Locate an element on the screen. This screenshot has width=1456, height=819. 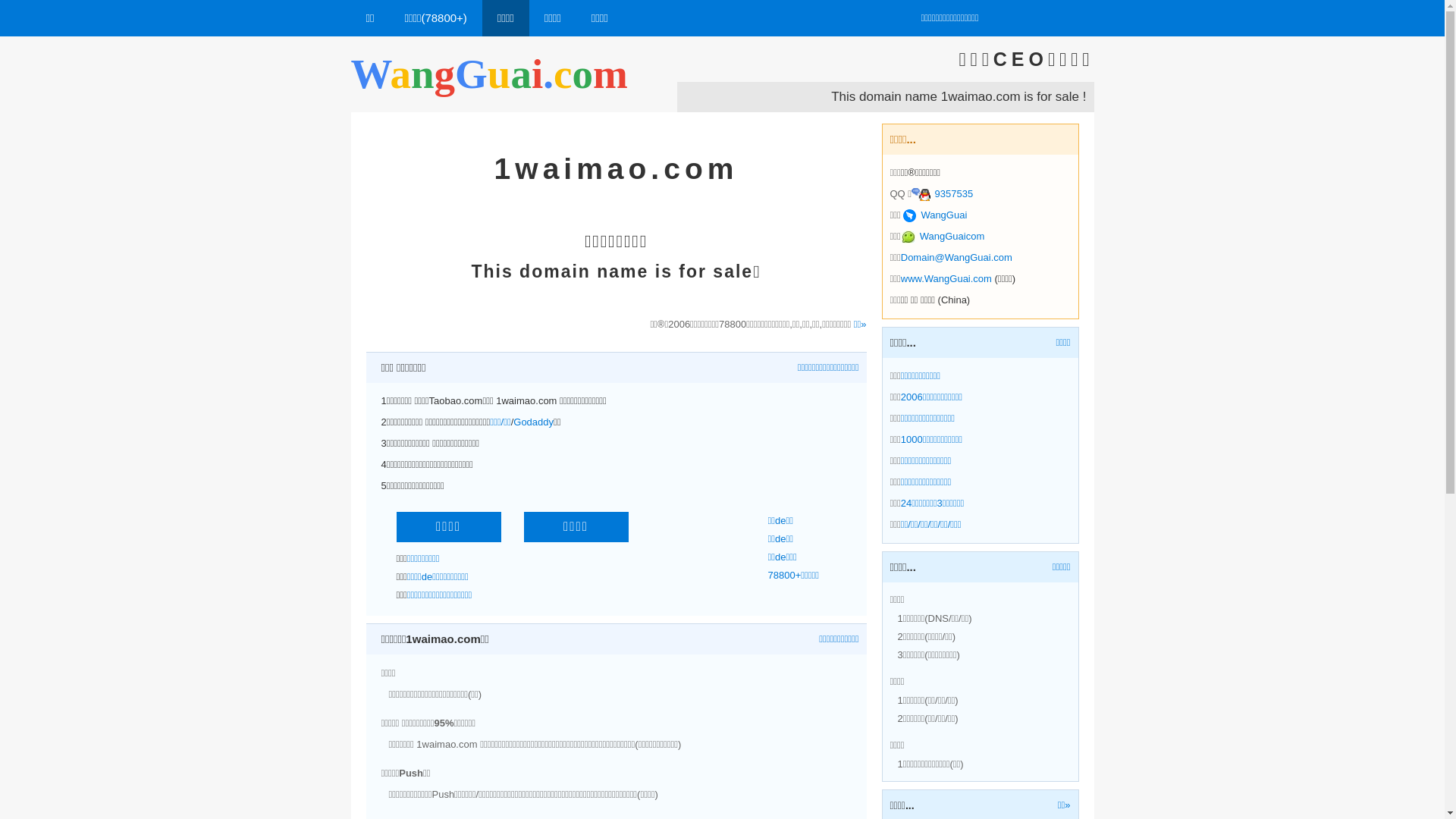
'Domain@WangGuai.com' is located at coordinates (955, 256).